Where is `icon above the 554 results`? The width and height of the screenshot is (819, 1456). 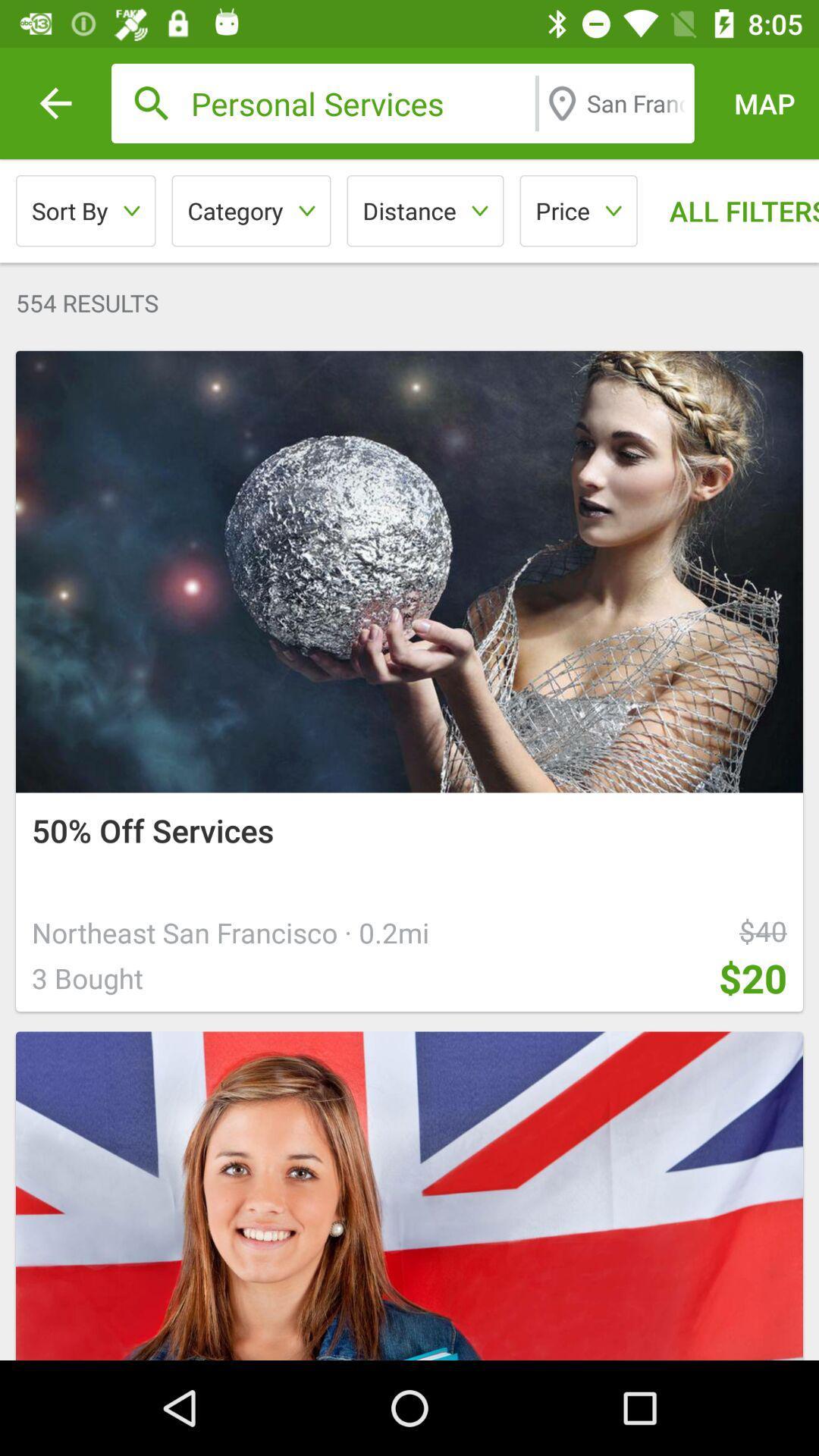
icon above the 554 results is located at coordinates (86, 210).